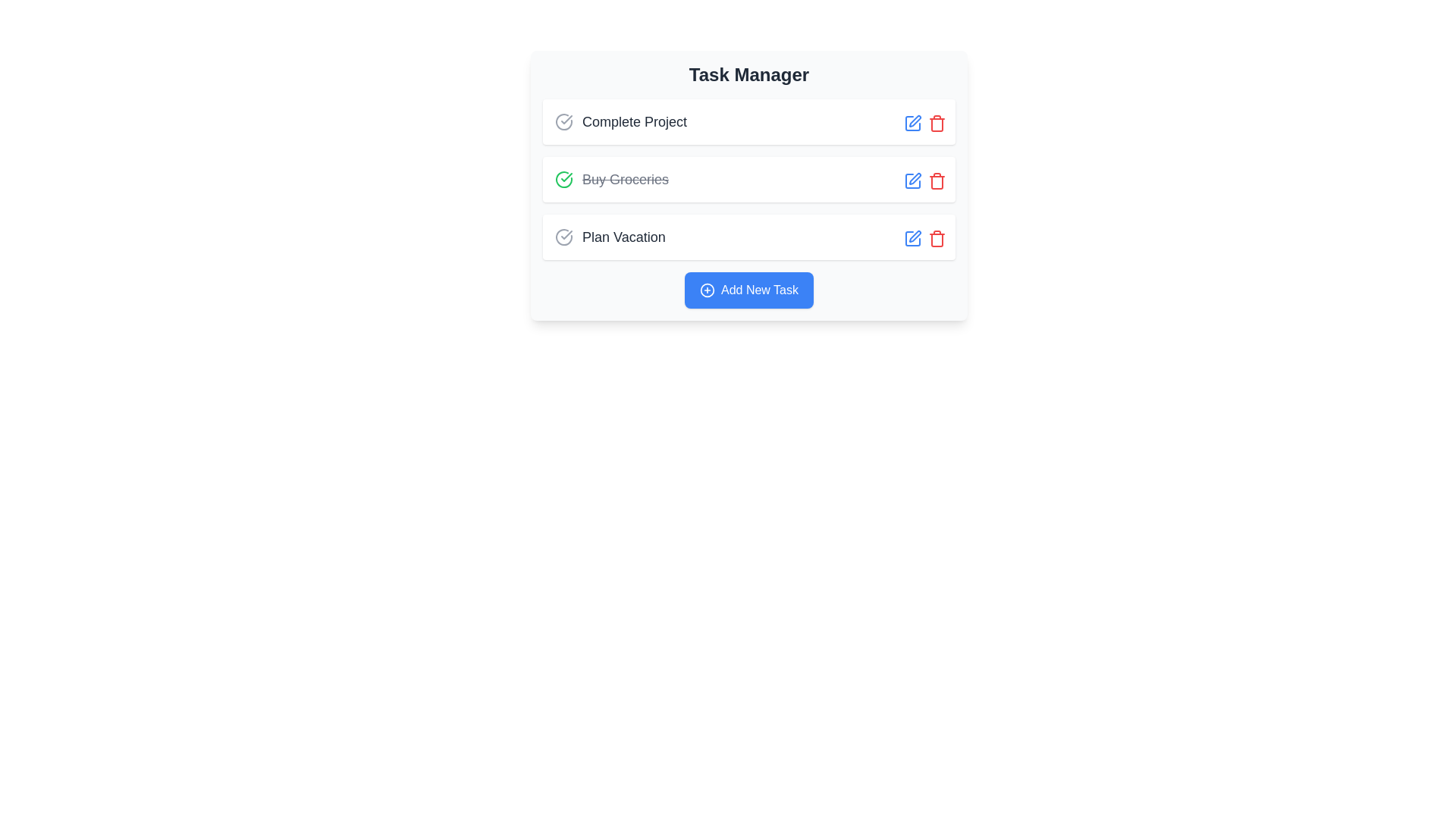 The image size is (1456, 819). What do you see at coordinates (610, 237) in the screenshot?
I see `the third task item in the Task Manager to interact with it` at bounding box center [610, 237].